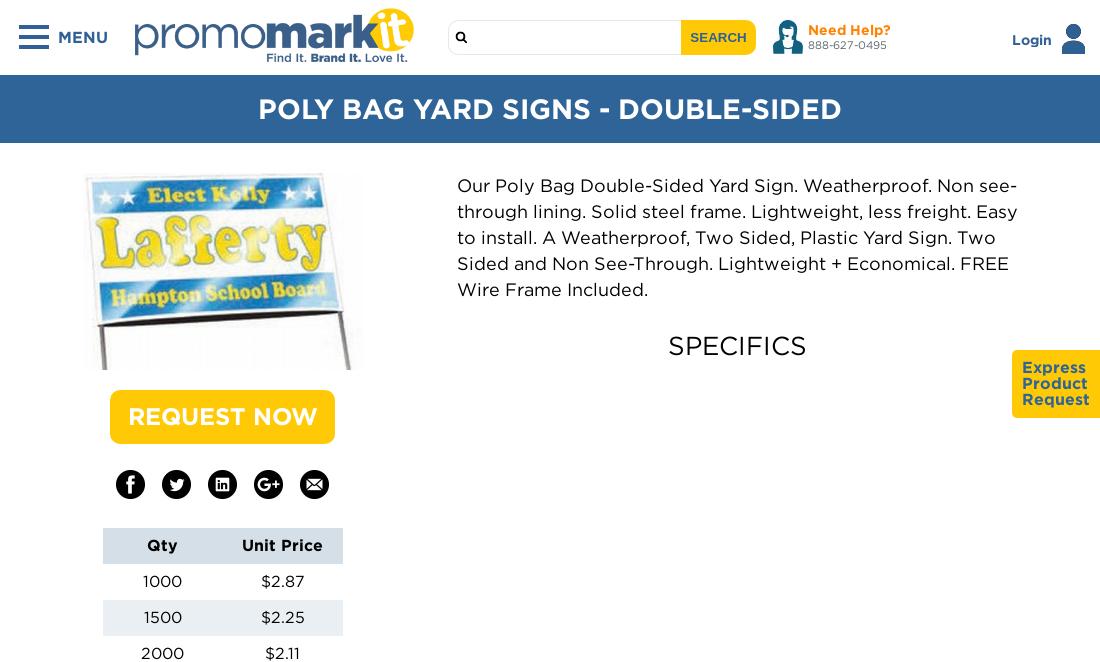  Describe the element at coordinates (848, 29) in the screenshot. I see `'Need Help?'` at that location.